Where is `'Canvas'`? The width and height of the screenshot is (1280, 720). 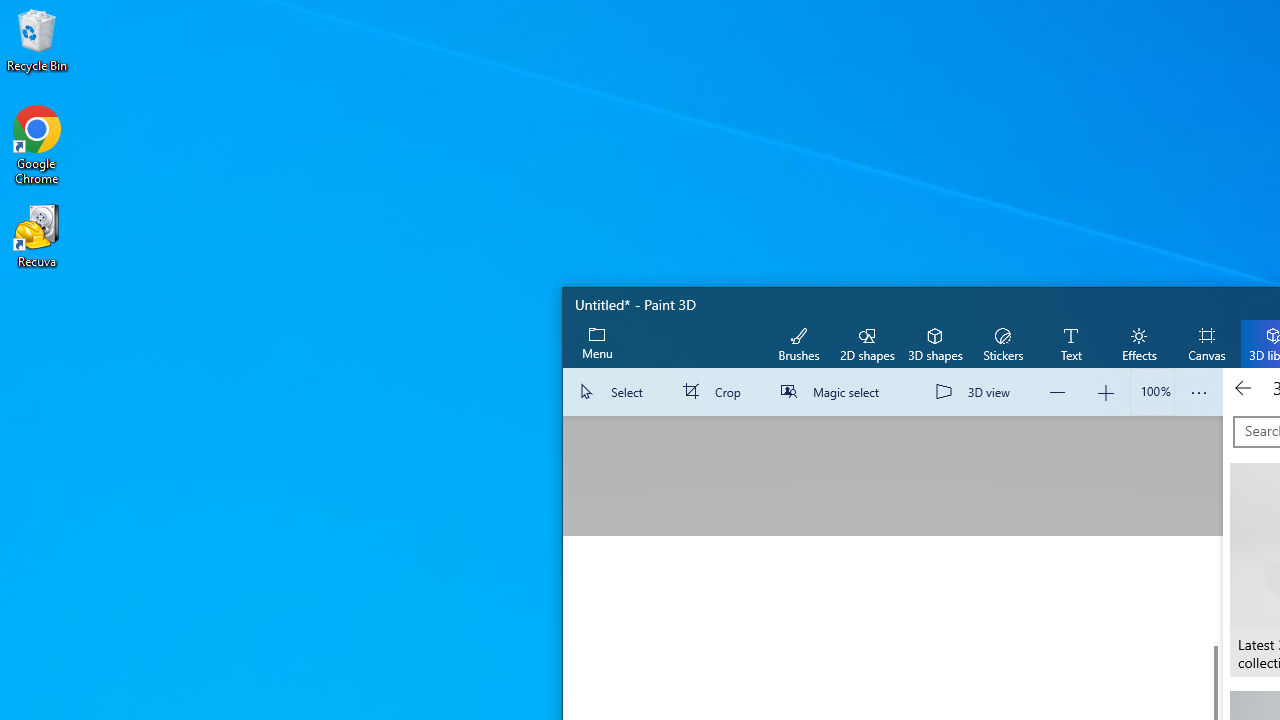
'Canvas' is located at coordinates (1206, 342).